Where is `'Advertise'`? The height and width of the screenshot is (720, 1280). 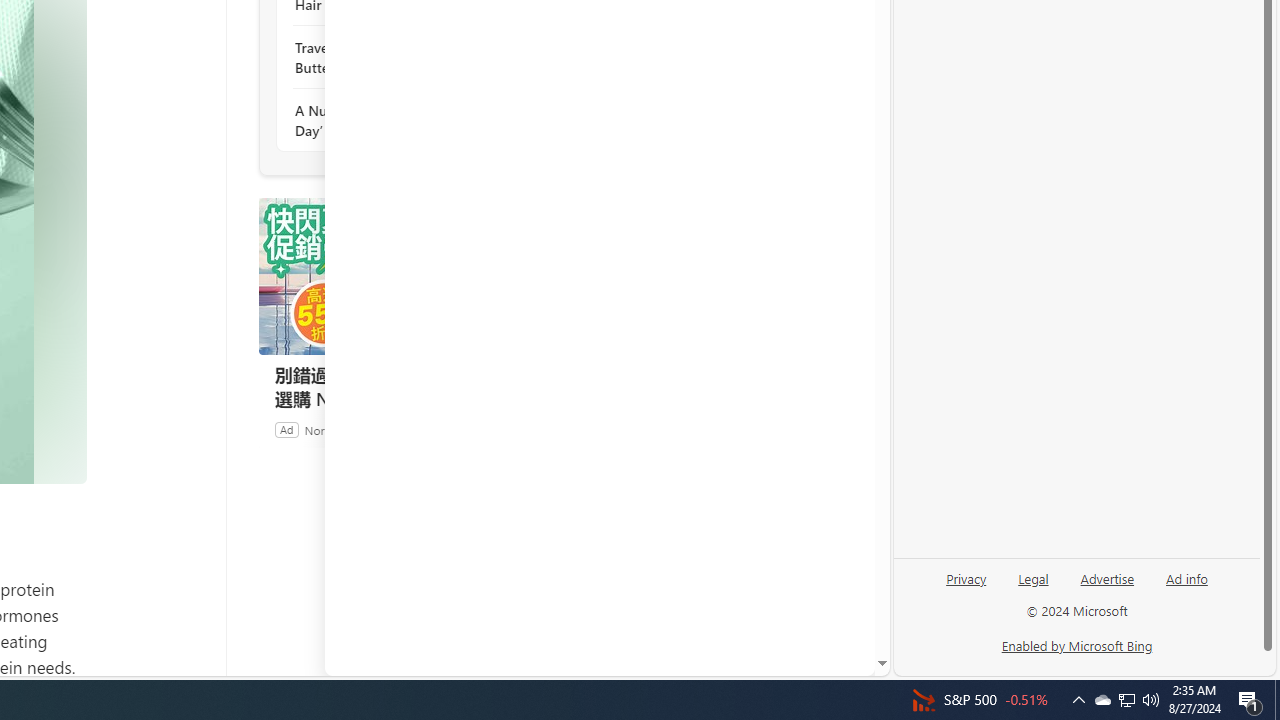 'Advertise' is located at coordinates (1106, 577).